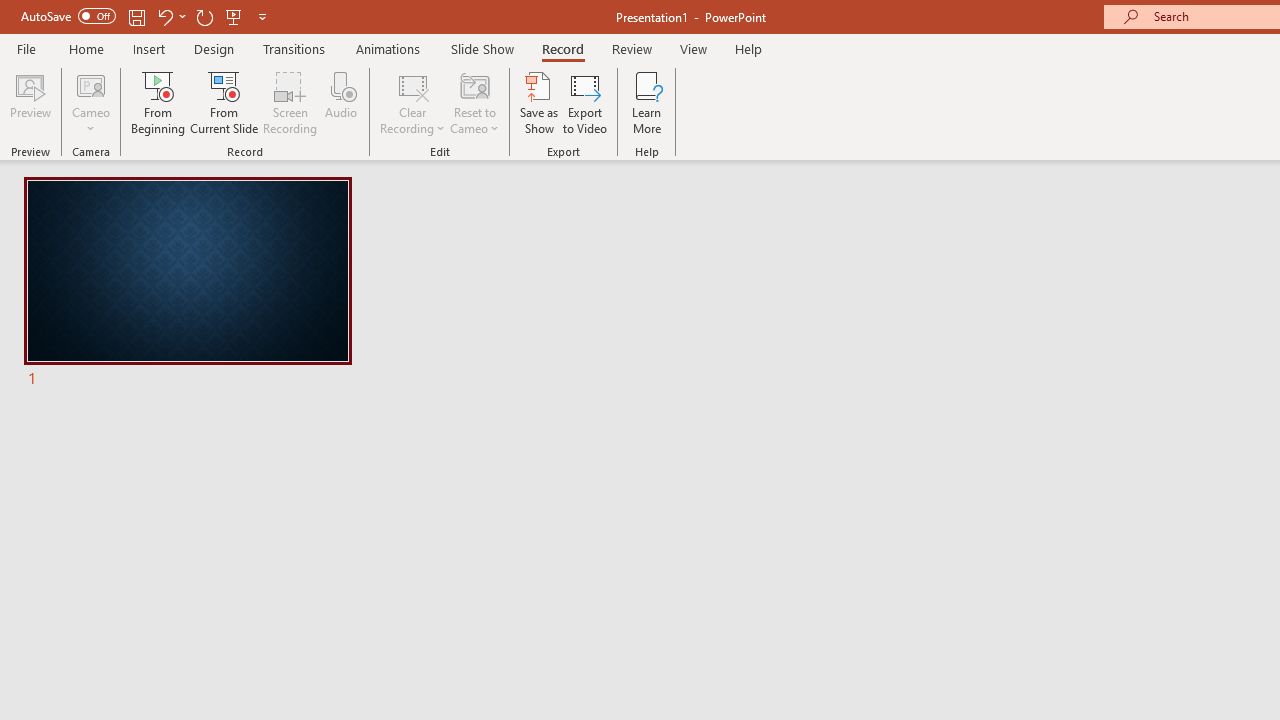 Image resolution: width=1280 pixels, height=720 pixels. I want to click on 'From Beginning...', so click(157, 103).